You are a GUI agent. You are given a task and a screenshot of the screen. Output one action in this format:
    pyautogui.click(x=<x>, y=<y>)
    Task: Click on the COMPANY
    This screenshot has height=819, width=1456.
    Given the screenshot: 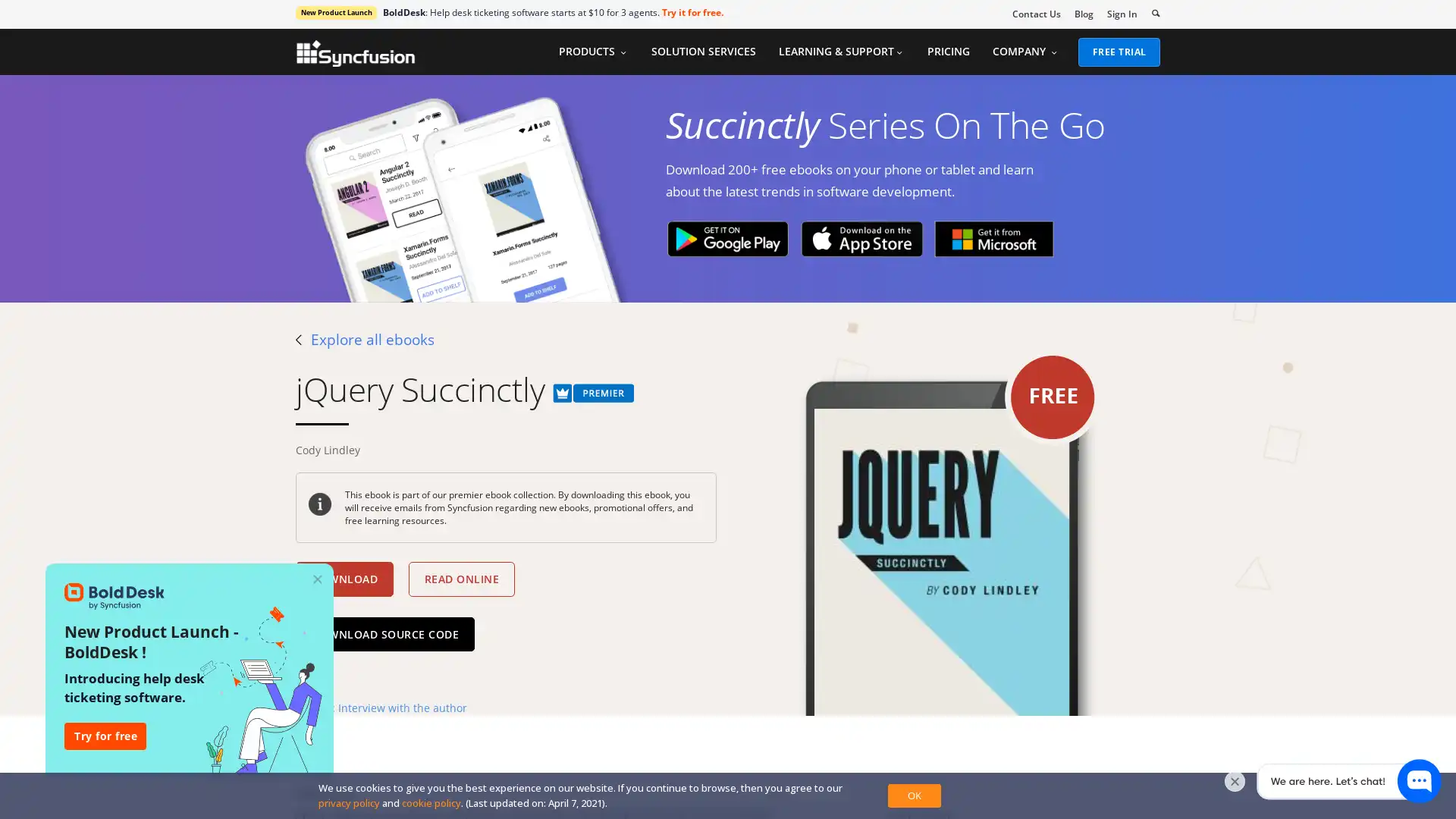 What is the action you would take?
    pyautogui.click(x=1025, y=51)
    